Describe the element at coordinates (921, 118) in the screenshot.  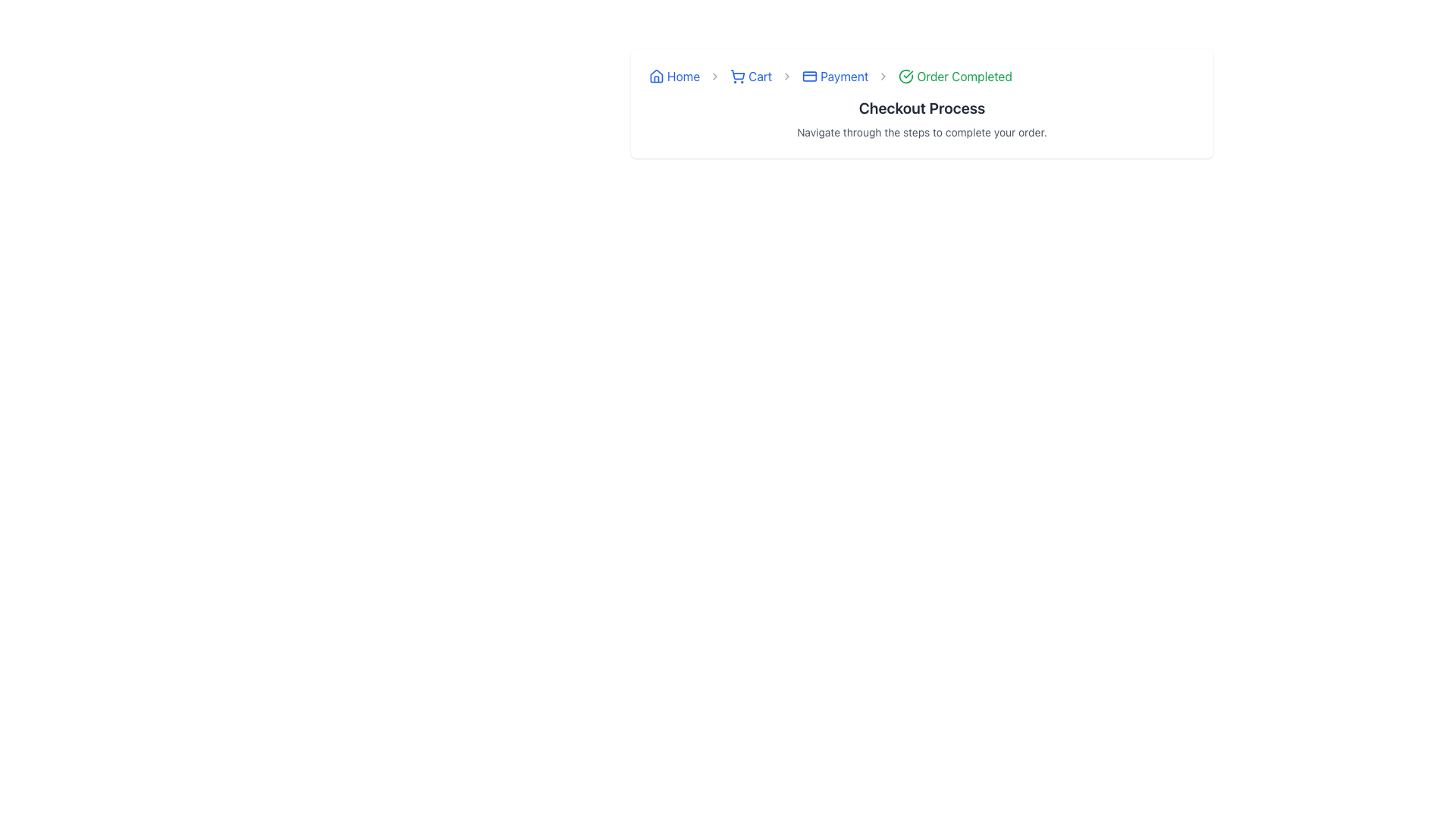
I see `the Informational Typography Block labeled 'Checkout Process' which includes the description 'Navigate through the steps to complete your order.'` at that location.